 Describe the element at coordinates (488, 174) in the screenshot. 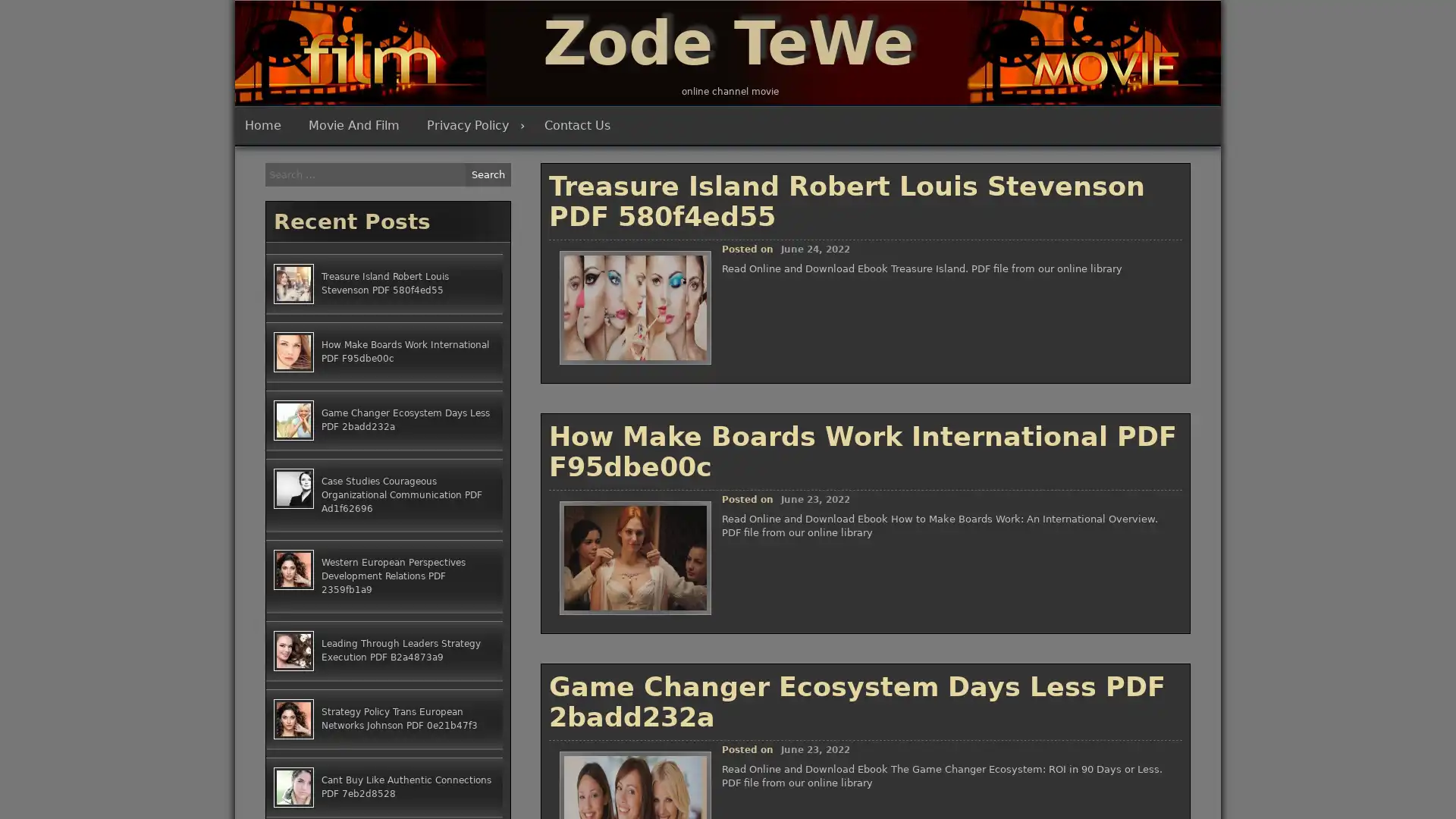

I see `Search` at that location.